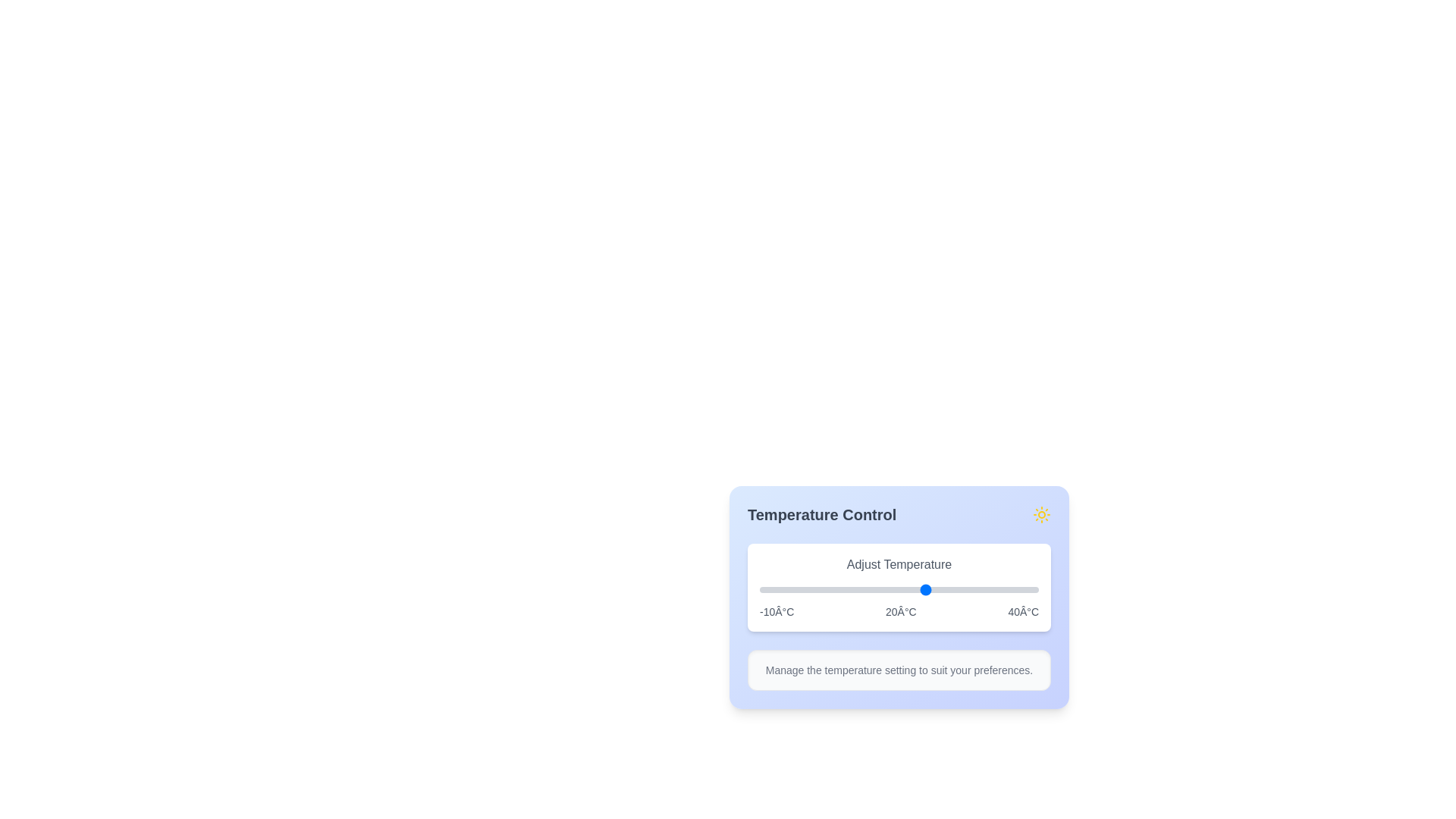 The image size is (1456, 819). I want to click on the temperature slider to set the temperature to 20°C, so click(926, 589).